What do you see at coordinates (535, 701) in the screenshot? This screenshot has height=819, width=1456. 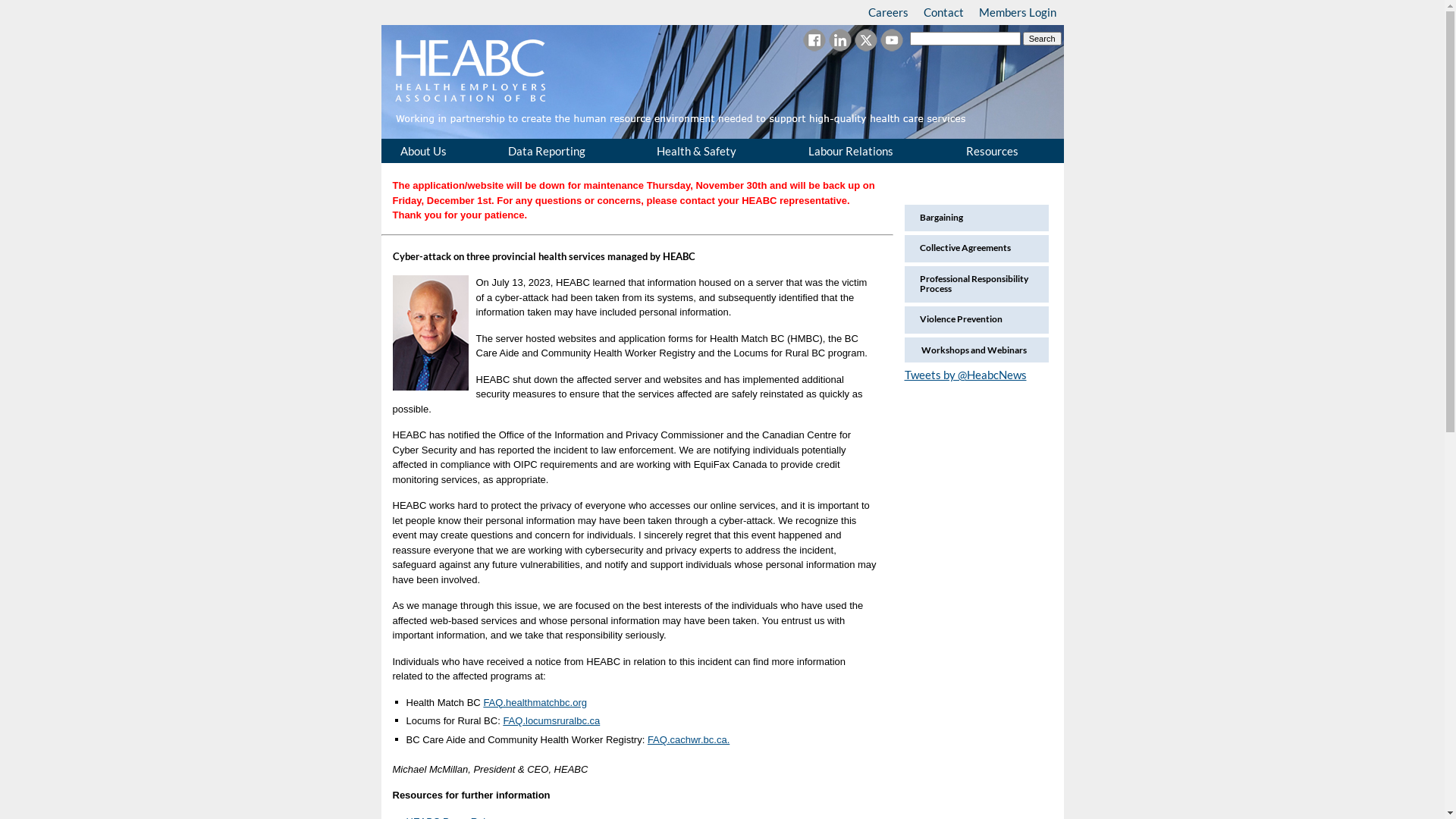 I see `'FAQ.healthmatchbc.org'` at bounding box center [535, 701].